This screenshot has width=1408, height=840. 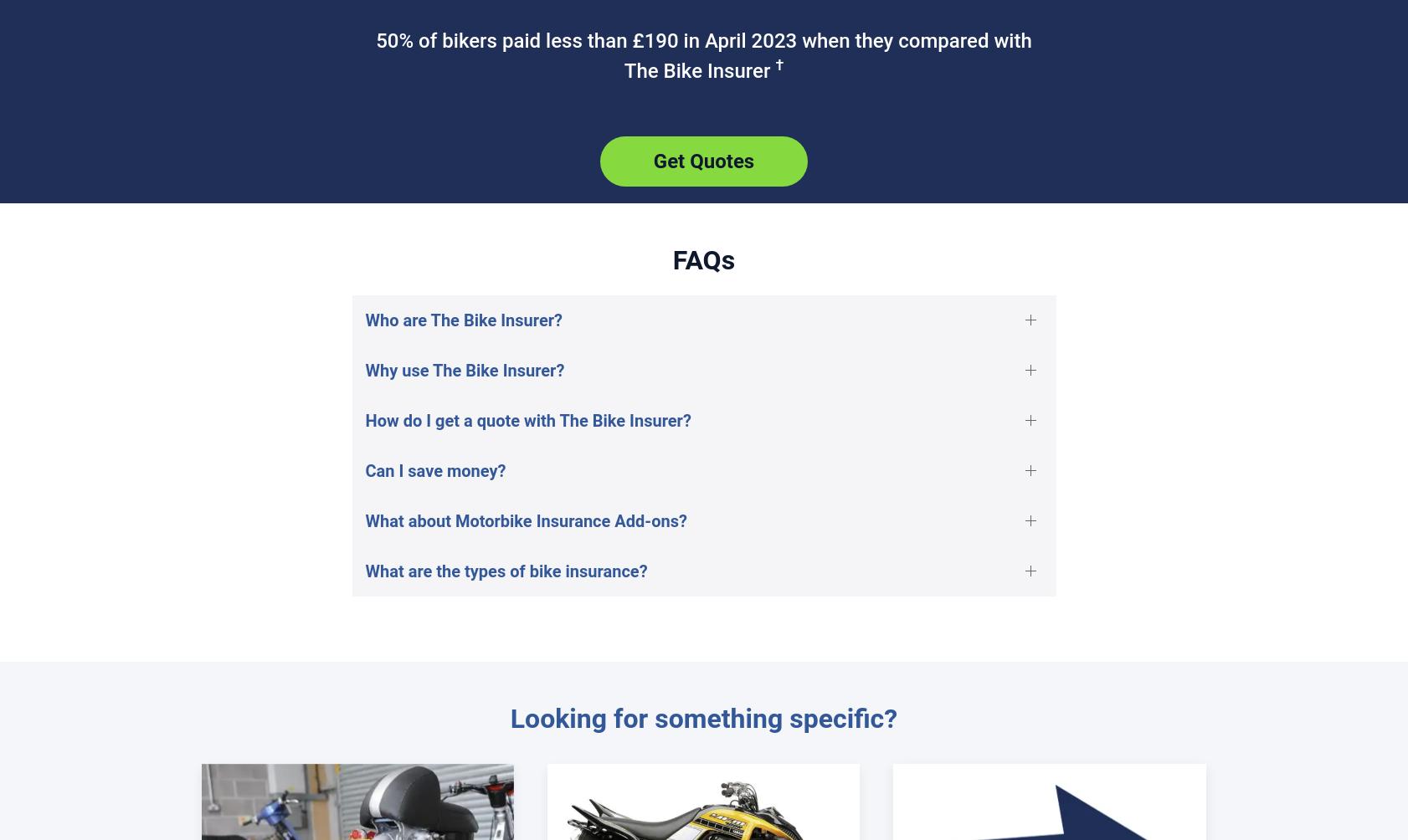 I want to click on 'Looking for something specific?', so click(x=703, y=718).